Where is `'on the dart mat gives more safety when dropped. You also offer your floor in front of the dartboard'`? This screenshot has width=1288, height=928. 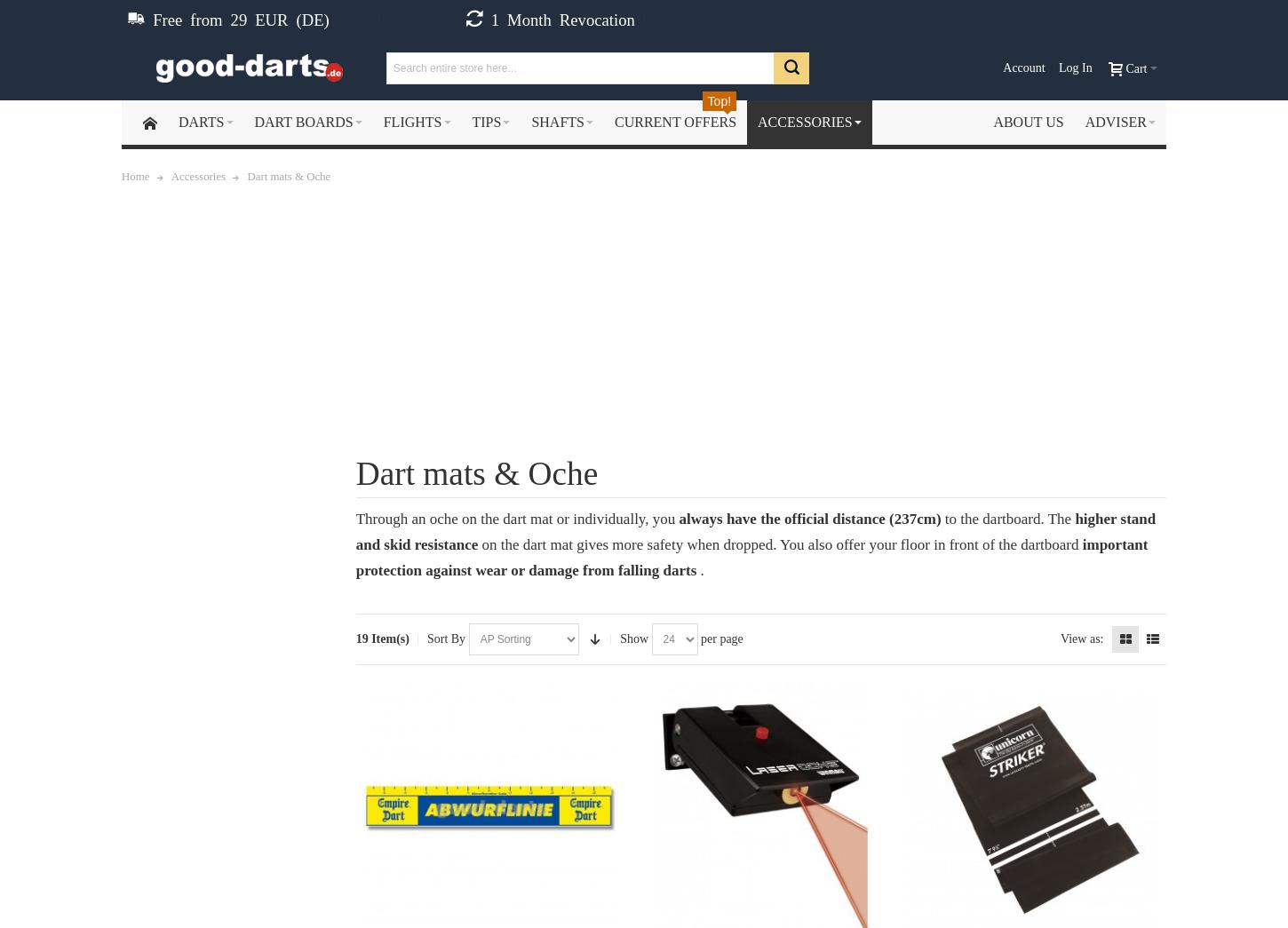 'on the dart mat gives more safety when dropped. You also offer your floor in front of the dartboard' is located at coordinates (781, 543).